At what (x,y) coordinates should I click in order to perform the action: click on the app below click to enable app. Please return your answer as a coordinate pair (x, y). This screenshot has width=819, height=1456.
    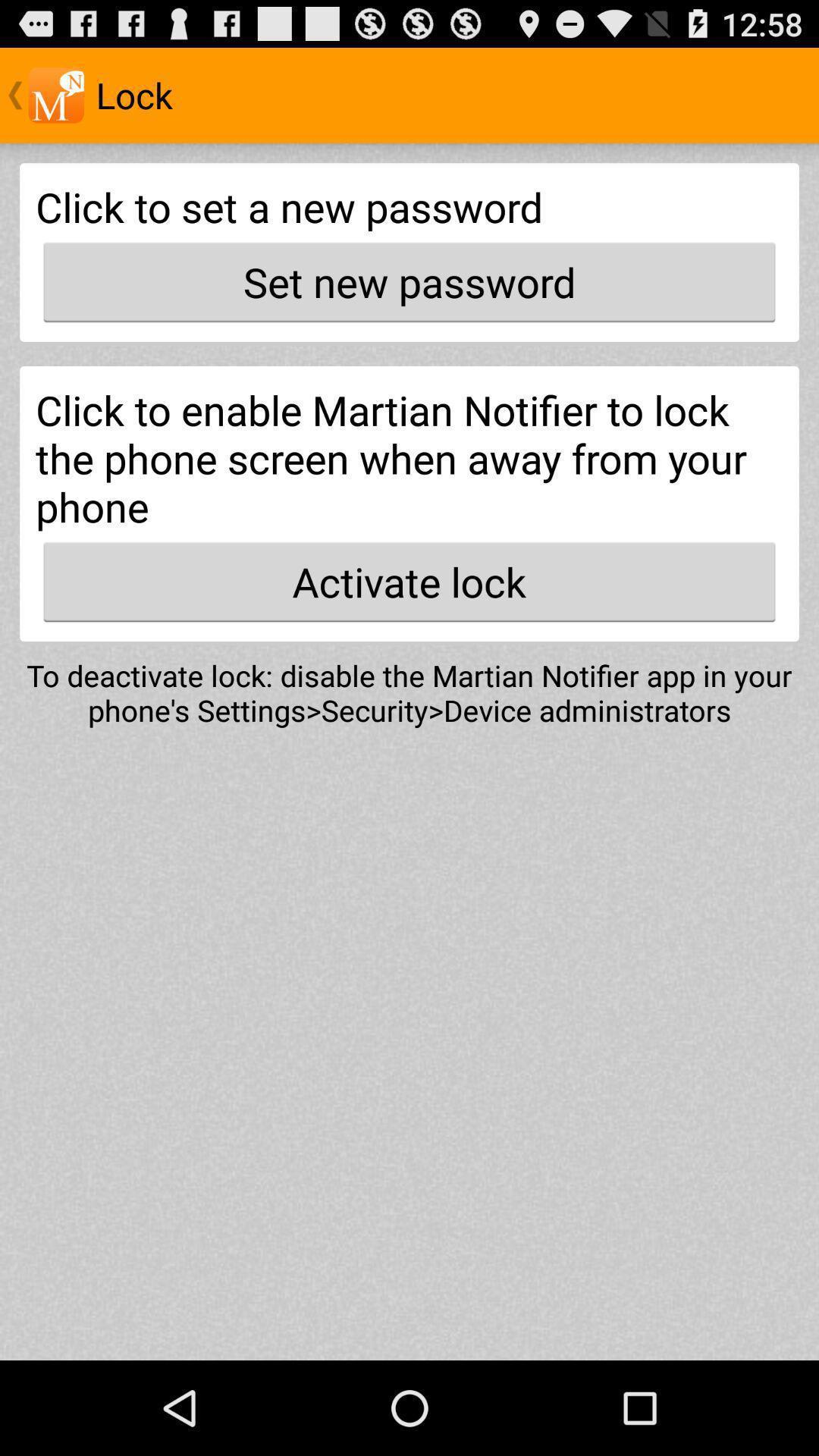
    Looking at the image, I should click on (409, 581).